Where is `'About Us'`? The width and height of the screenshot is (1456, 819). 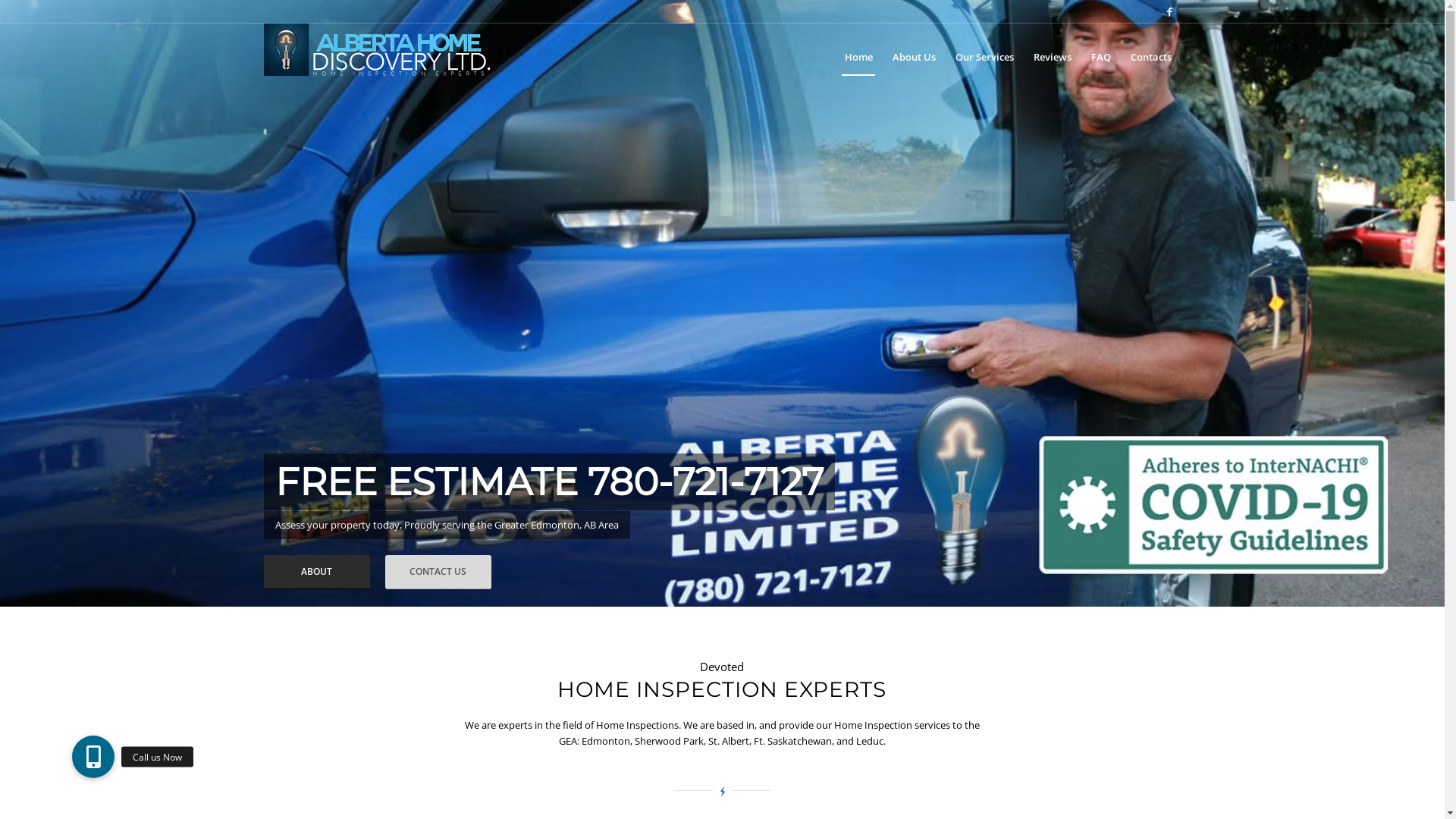
'About Us' is located at coordinates (913, 55).